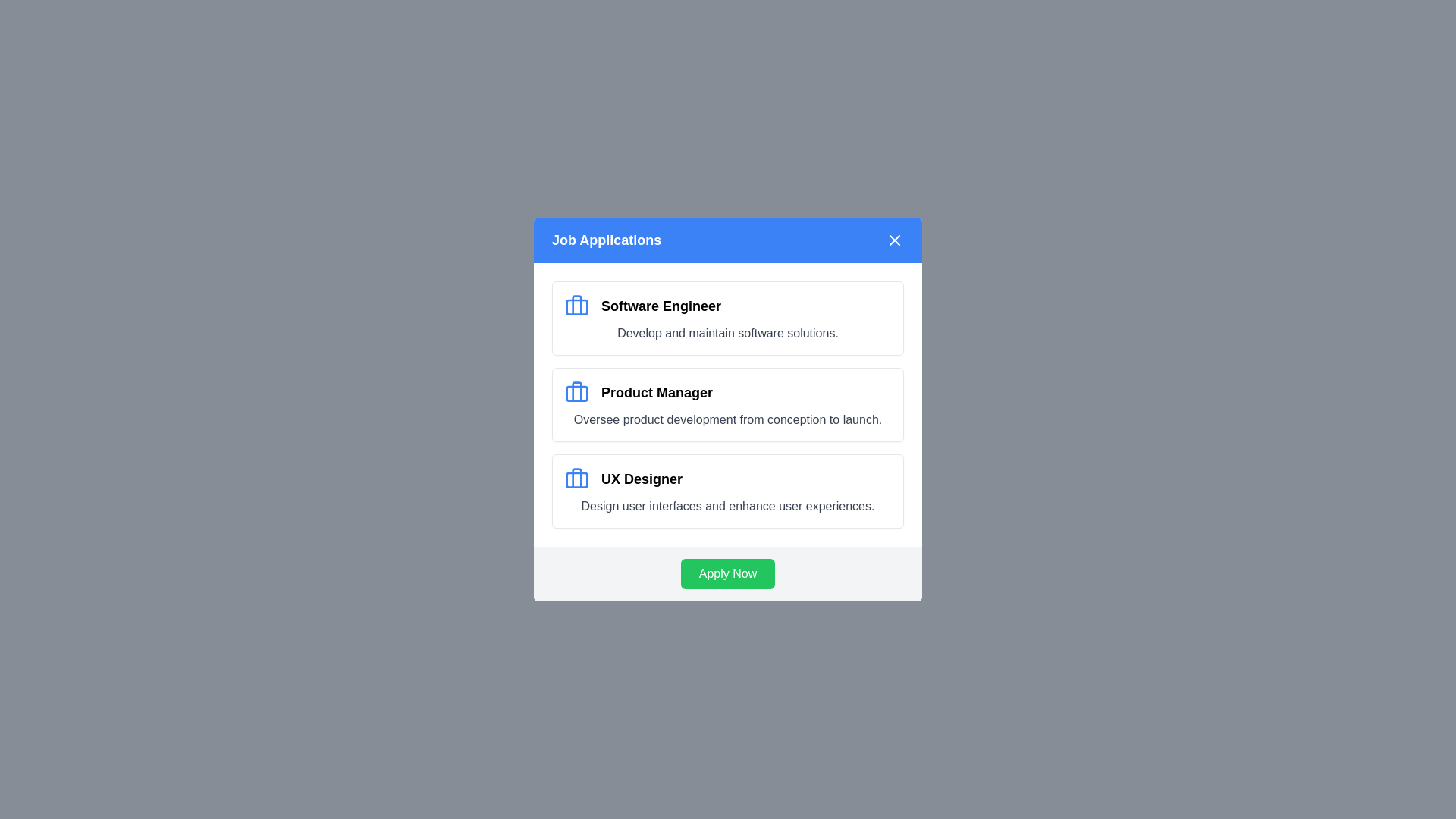 Image resolution: width=1456 pixels, height=819 pixels. What do you see at coordinates (576, 479) in the screenshot?
I see `the SVG shape that is part of the briefcase icon next to the 'UX Designer' text` at bounding box center [576, 479].